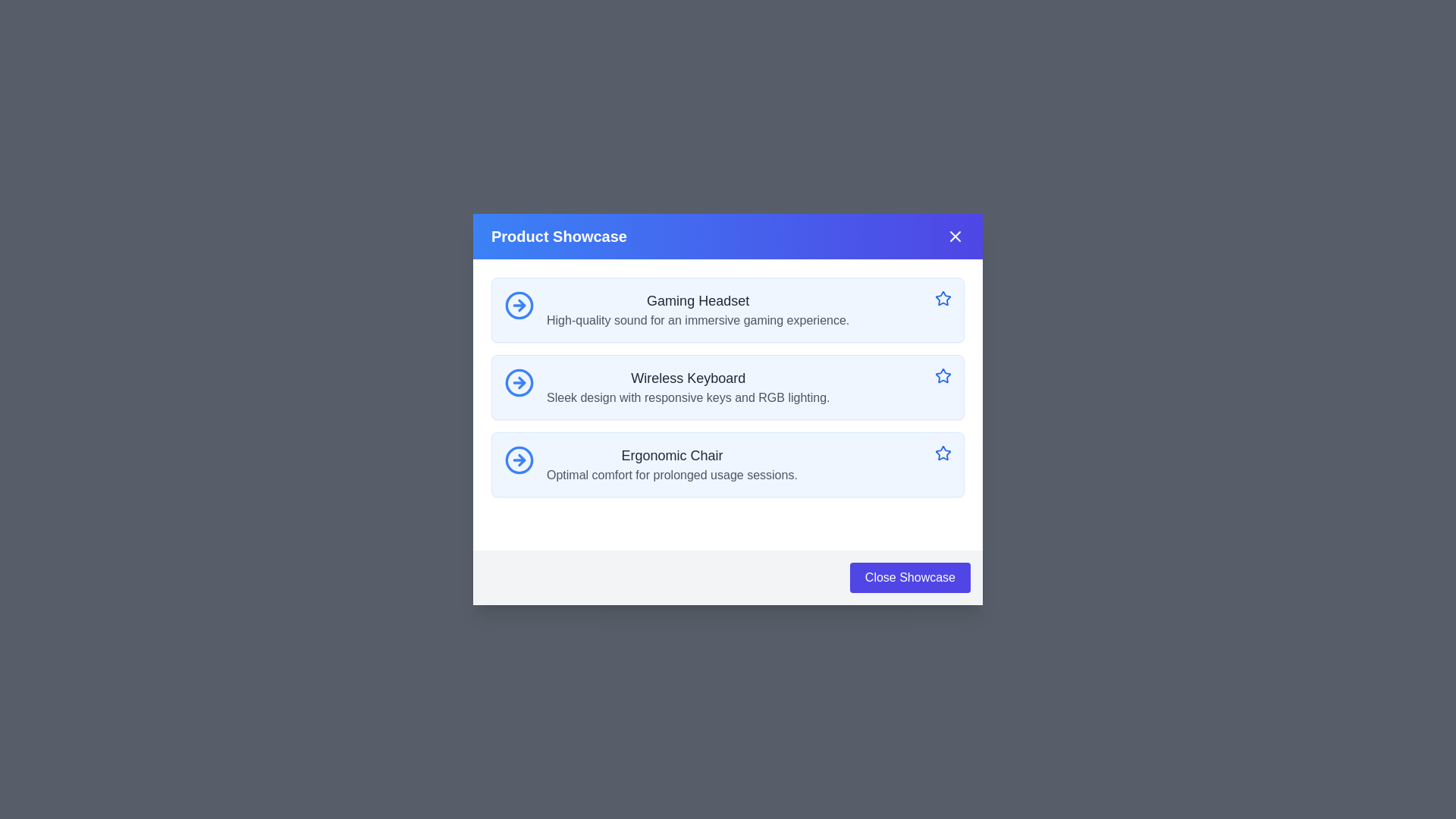 Image resolution: width=1456 pixels, height=819 pixels. I want to click on text of the label for the third selectable product item, which is positioned between 'Wireless Keyboard' and 'Close Showcase', so click(671, 455).